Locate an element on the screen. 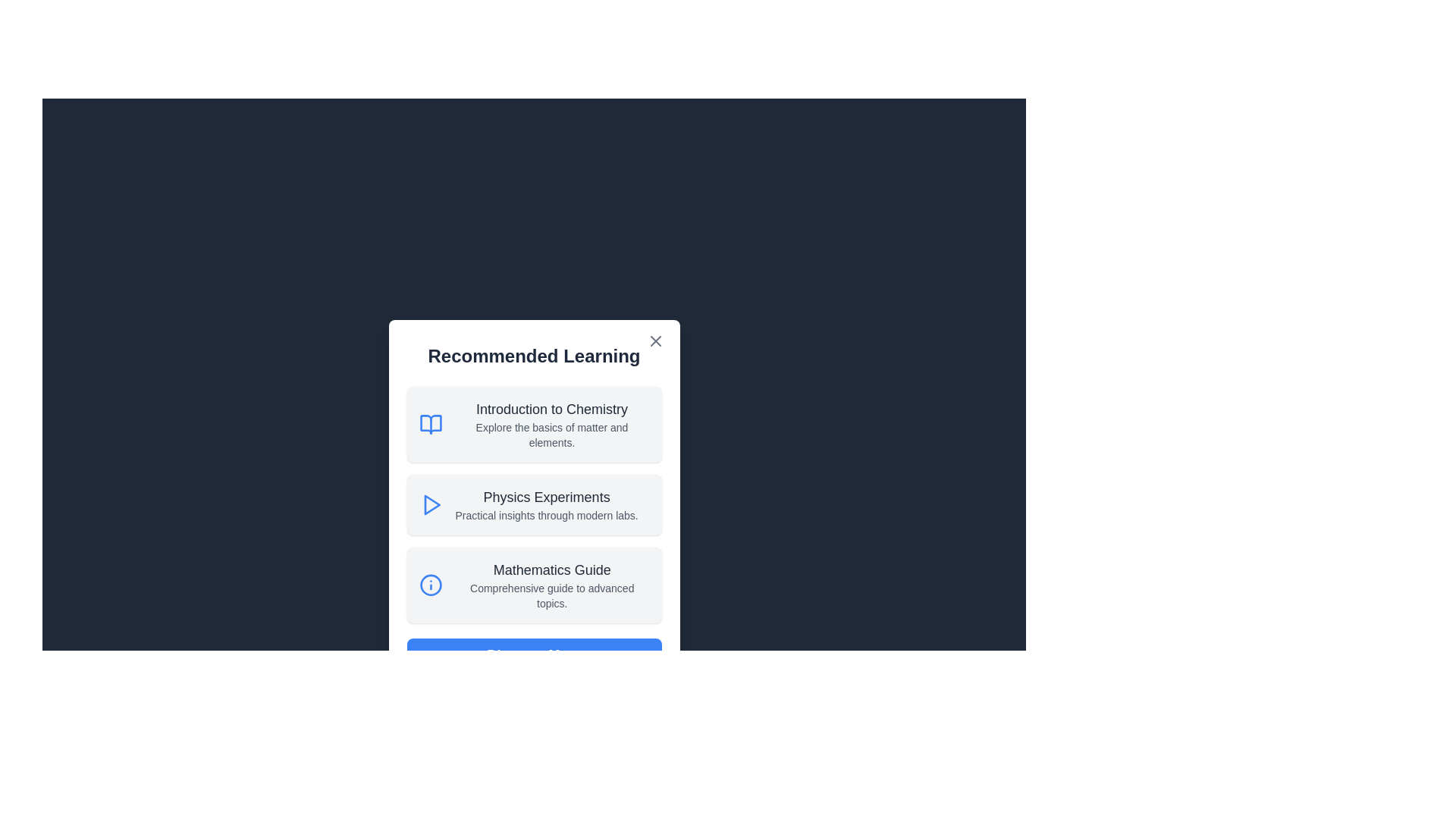  the card for 'Introduction to Chemistry' is located at coordinates (534, 424).